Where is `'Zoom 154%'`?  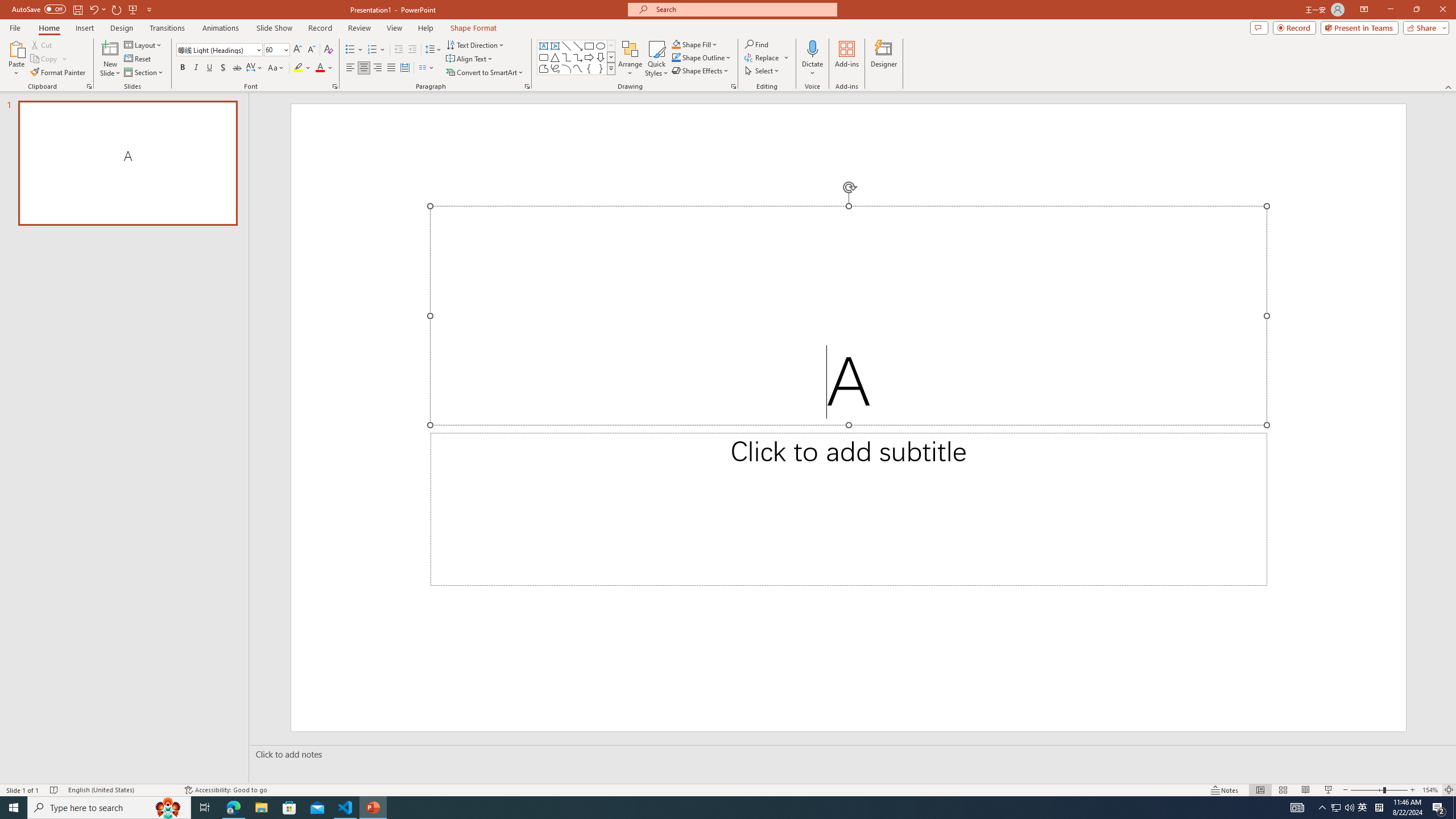 'Zoom 154%' is located at coordinates (1430, 790).